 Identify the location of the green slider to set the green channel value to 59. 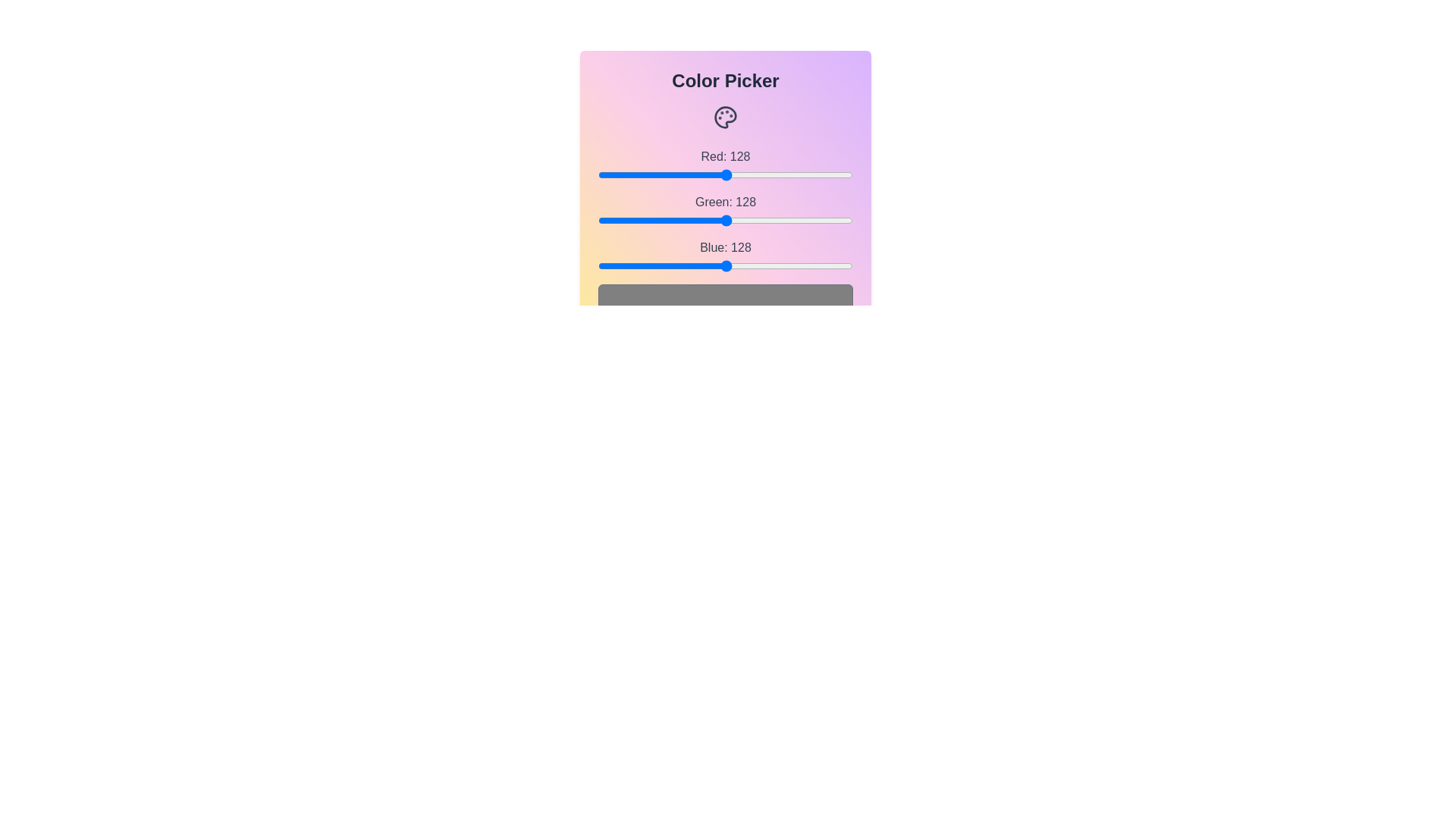
(657, 220).